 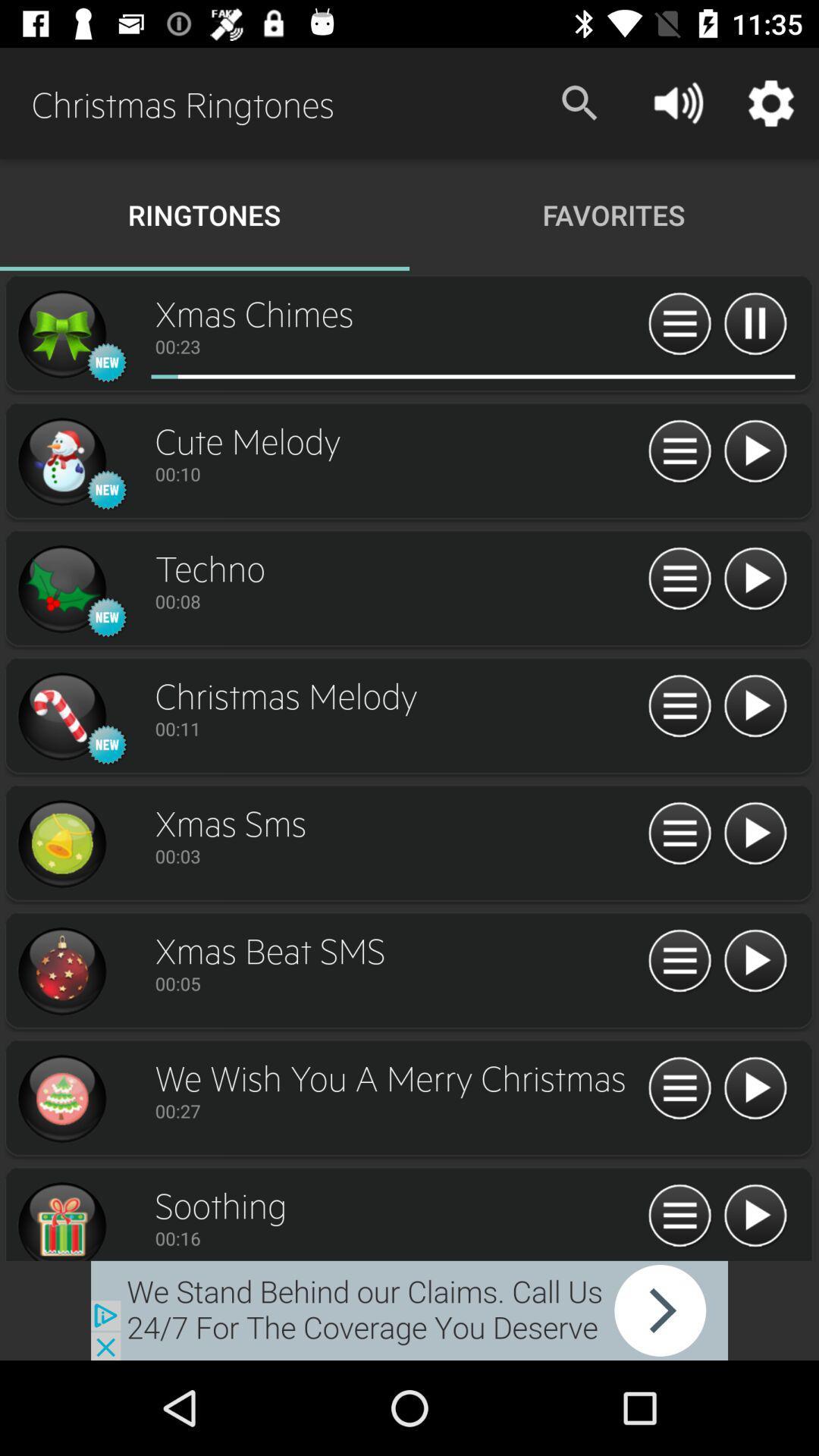 What do you see at coordinates (679, 706) in the screenshot?
I see `see features` at bounding box center [679, 706].